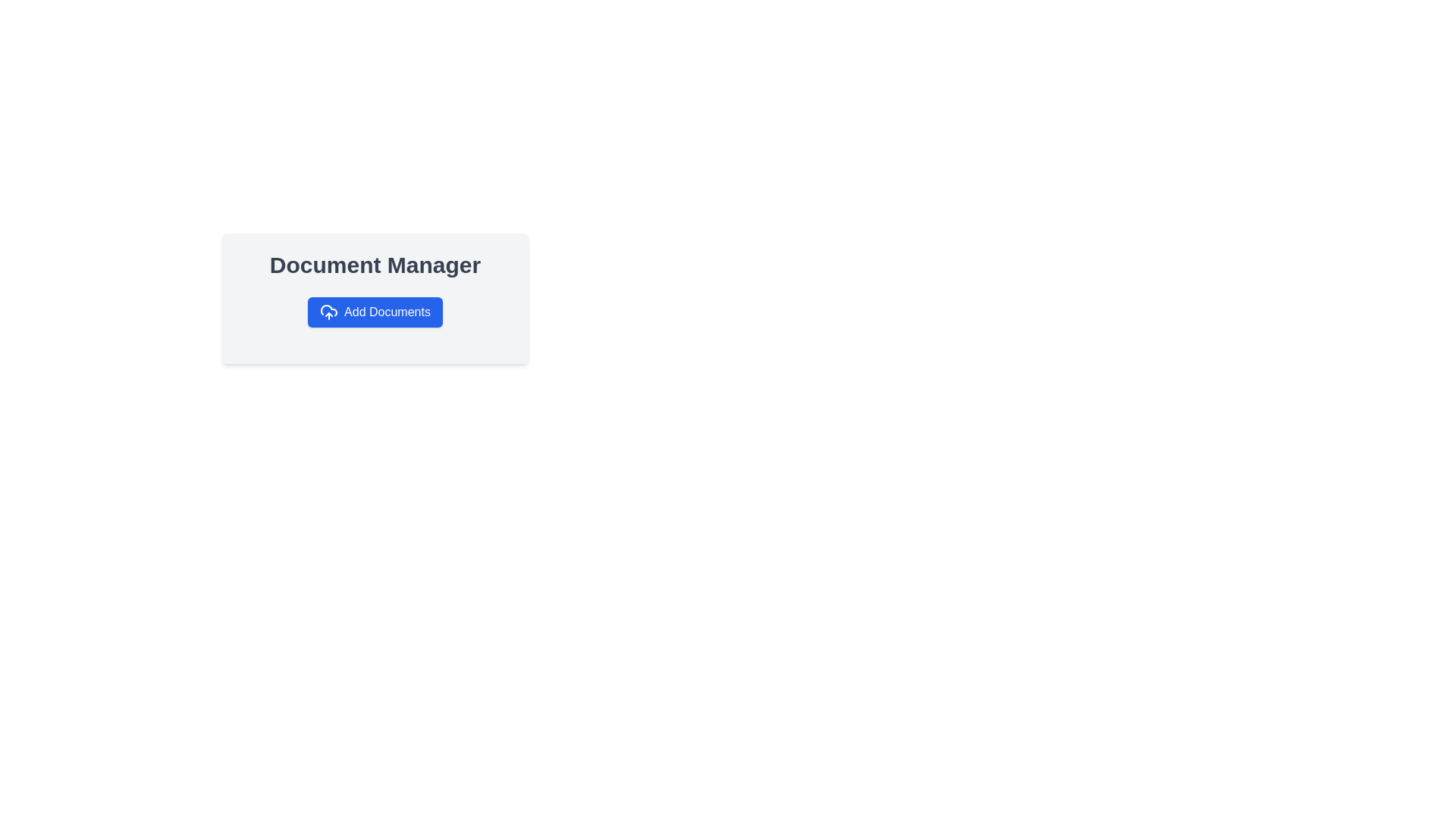  What do you see at coordinates (328, 312) in the screenshot?
I see `the icon located at the left side of the 'Add Documents' button in the 'Document Manager' card` at bounding box center [328, 312].